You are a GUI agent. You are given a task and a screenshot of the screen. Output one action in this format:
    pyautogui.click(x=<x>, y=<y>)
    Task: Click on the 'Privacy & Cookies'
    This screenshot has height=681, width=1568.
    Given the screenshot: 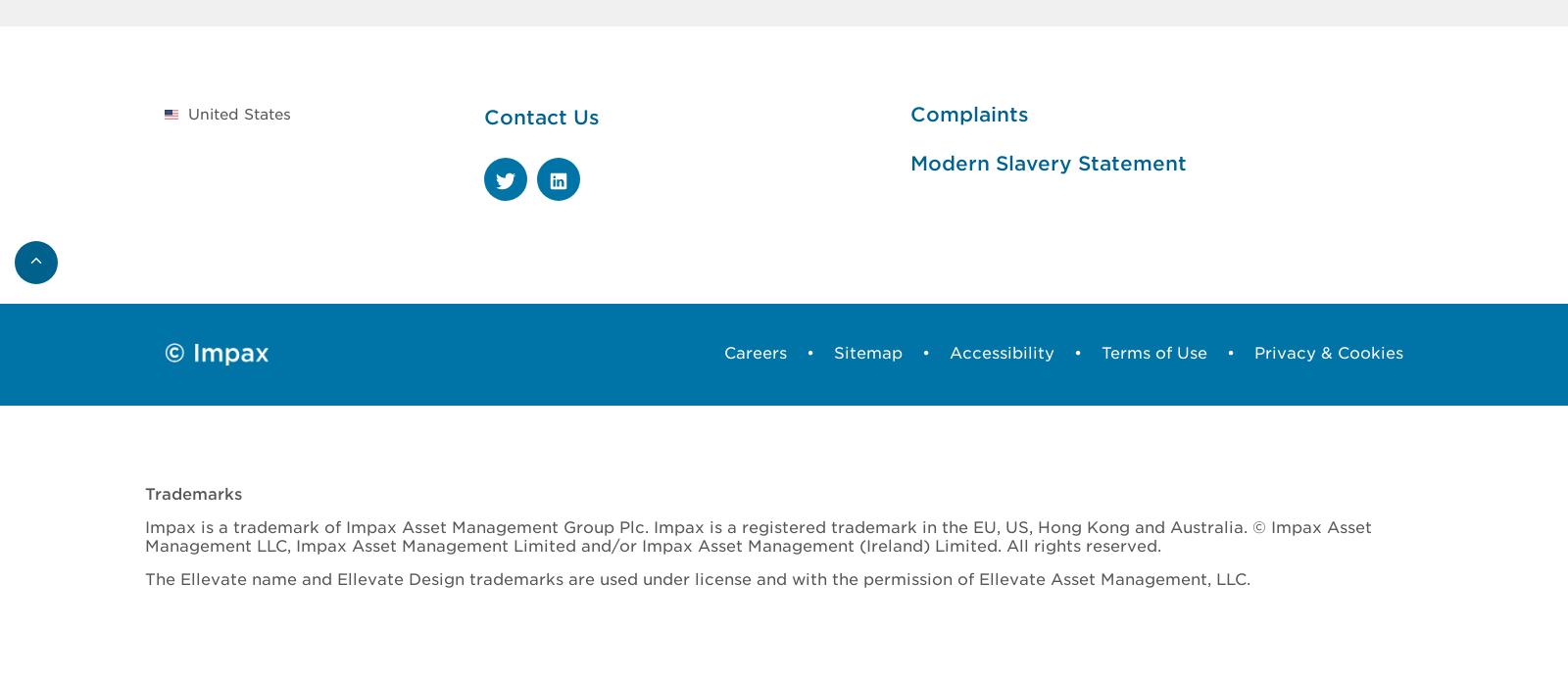 What is the action you would take?
    pyautogui.click(x=1328, y=350)
    